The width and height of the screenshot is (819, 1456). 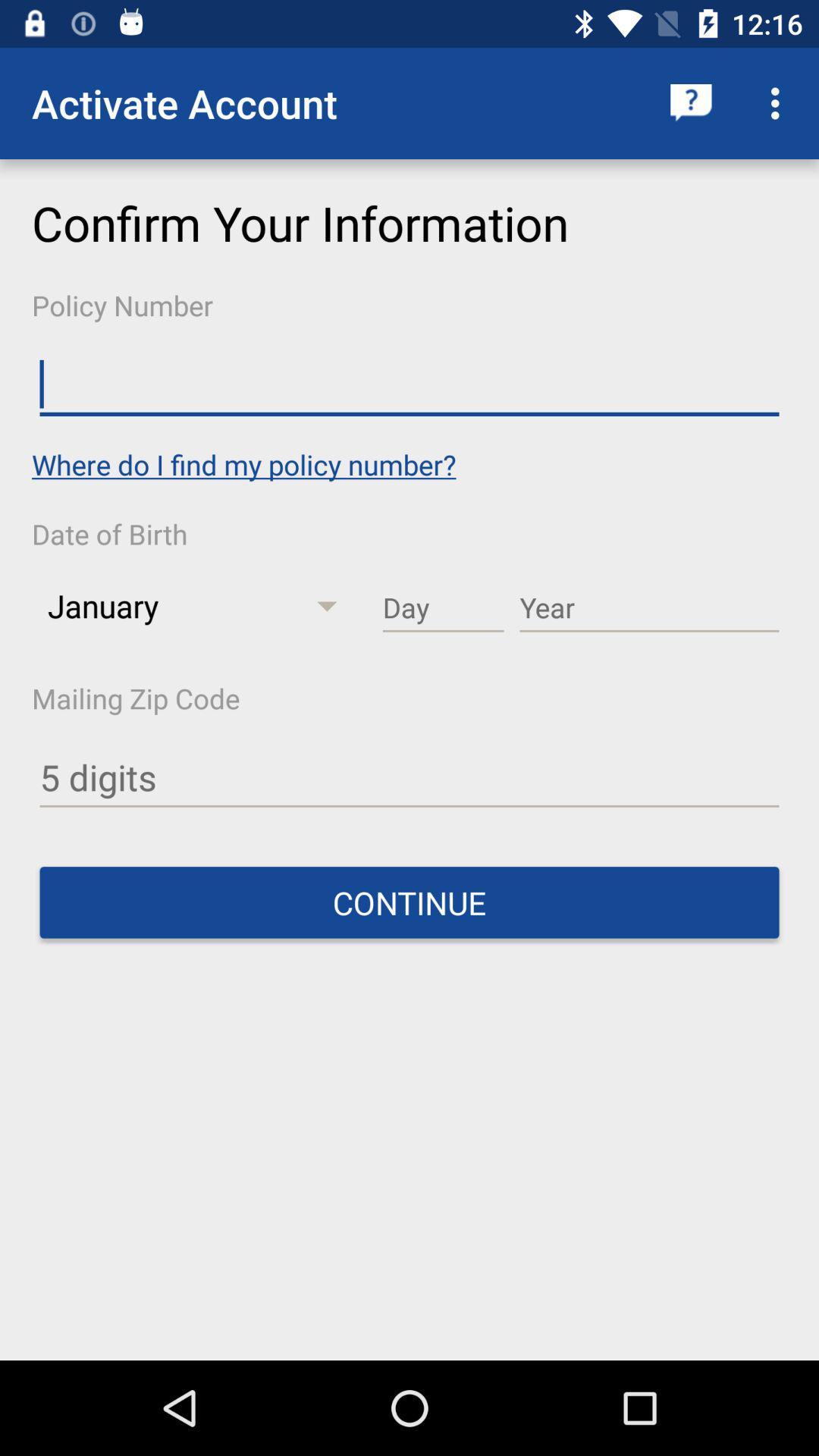 What do you see at coordinates (409, 778) in the screenshot?
I see `the item above the continue` at bounding box center [409, 778].